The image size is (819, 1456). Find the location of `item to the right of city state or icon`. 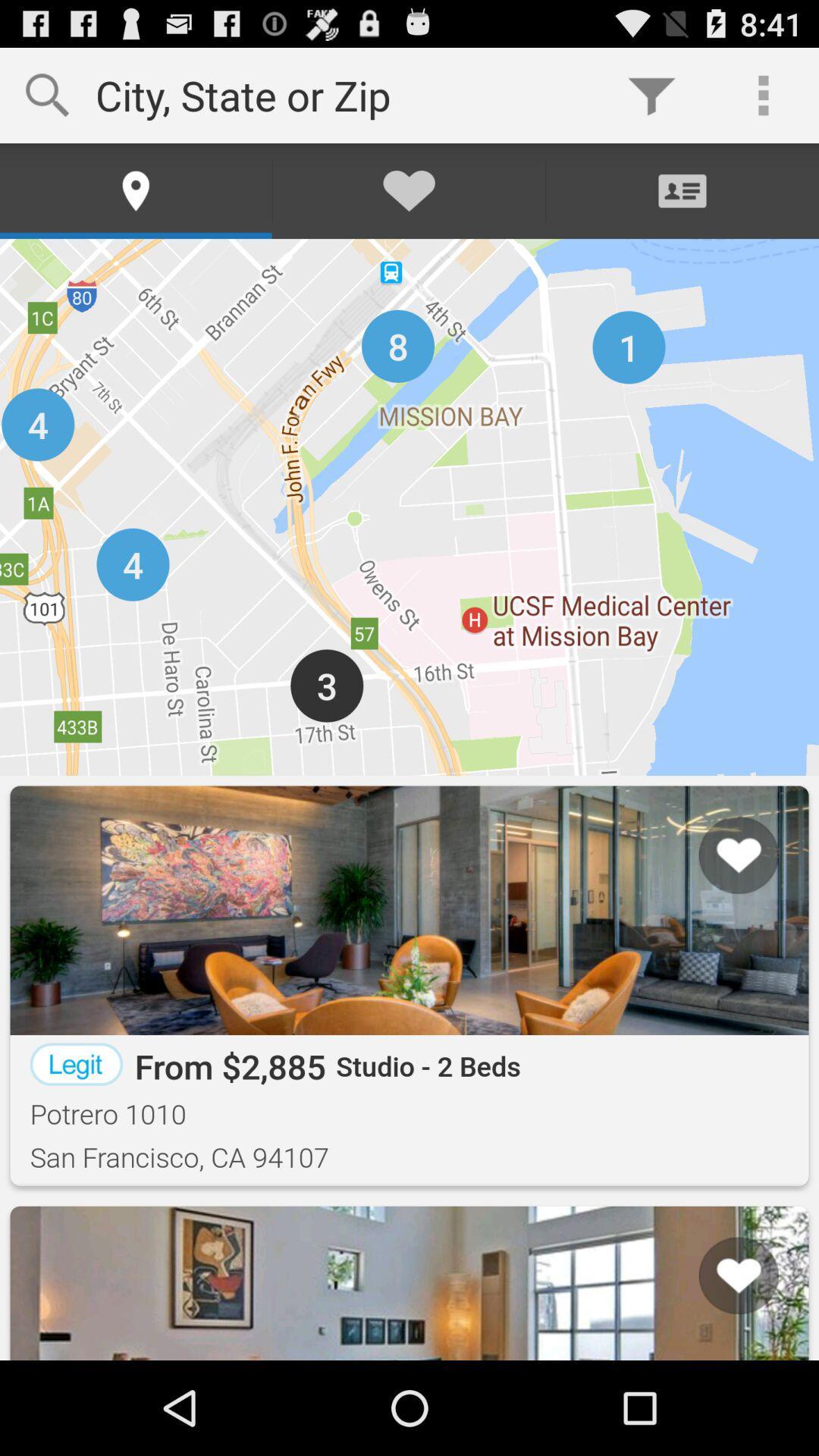

item to the right of city state or icon is located at coordinates (651, 94).